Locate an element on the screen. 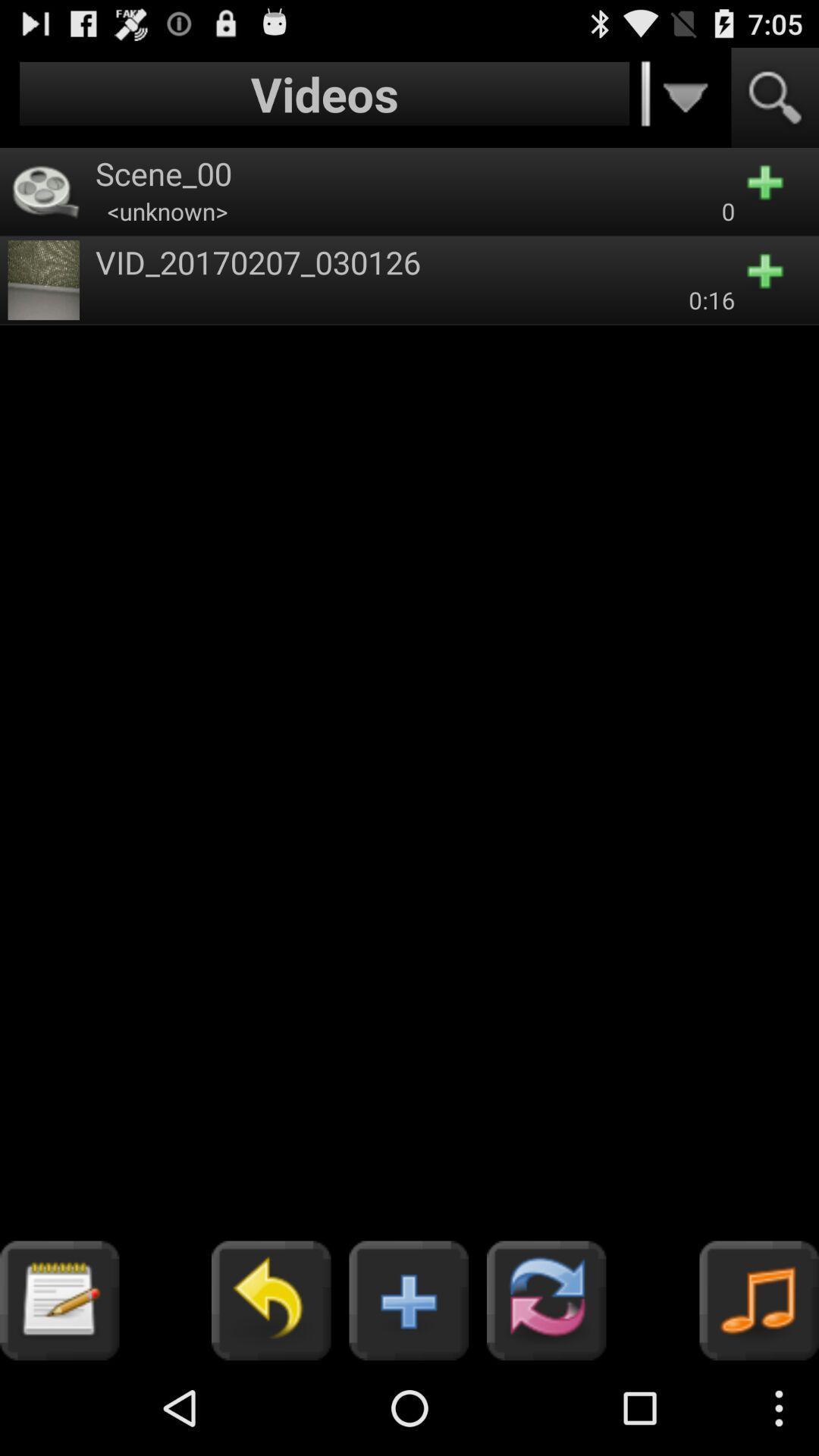  symbol beside 016 is located at coordinates (775, 280).